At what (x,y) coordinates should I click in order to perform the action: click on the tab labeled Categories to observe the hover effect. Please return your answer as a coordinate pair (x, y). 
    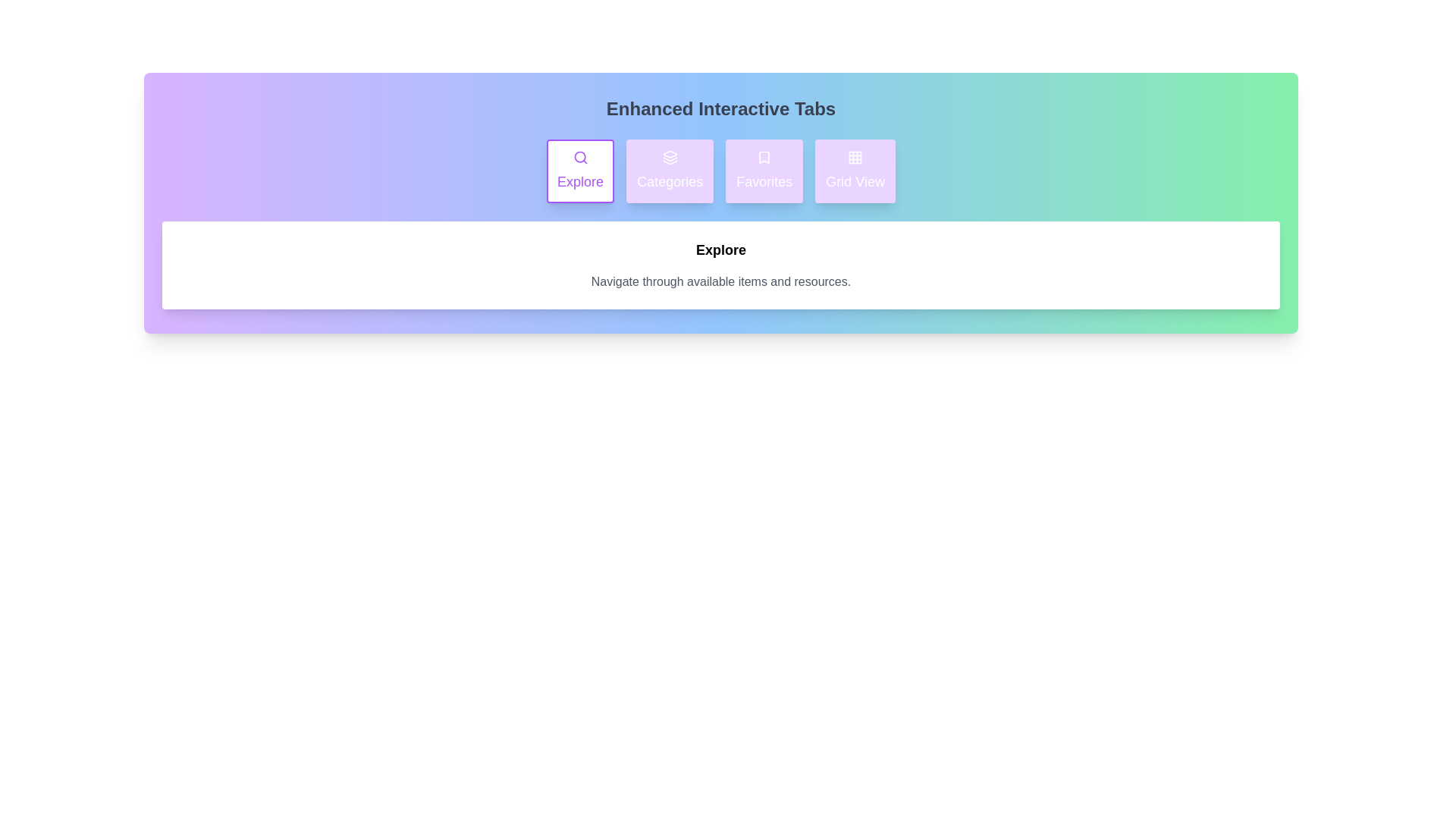
    Looking at the image, I should click on (669, 171).